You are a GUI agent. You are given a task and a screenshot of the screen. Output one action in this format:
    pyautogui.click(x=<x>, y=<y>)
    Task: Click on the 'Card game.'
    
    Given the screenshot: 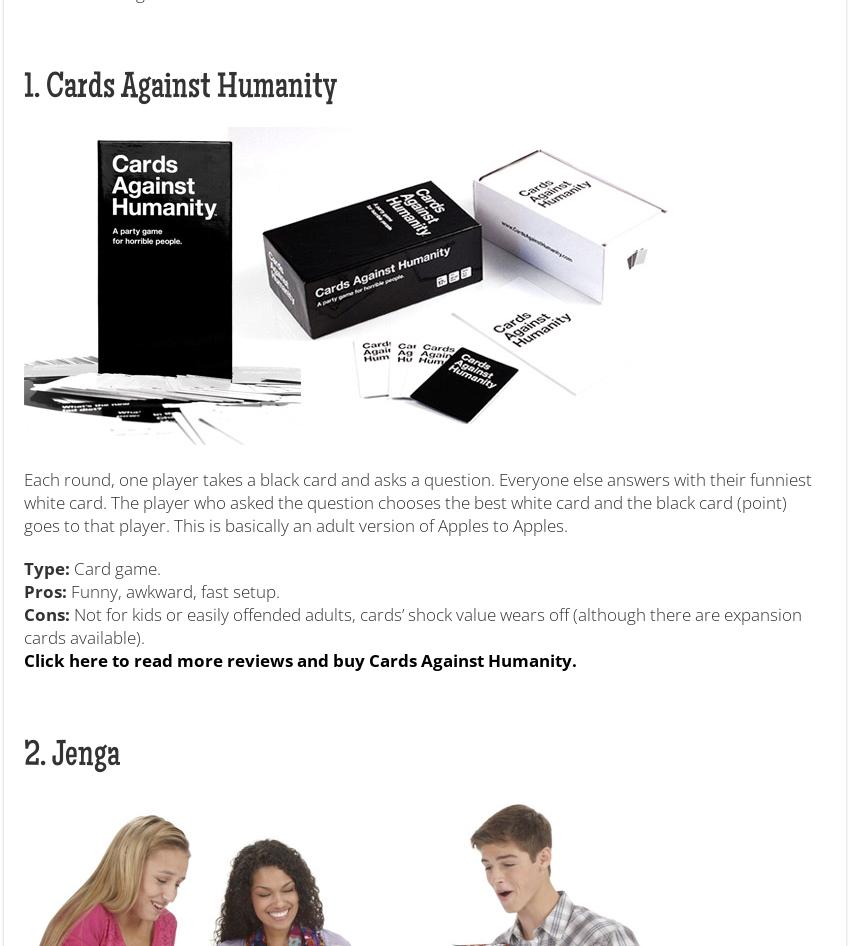 What is the action you would take?
    pyautogui.click(x=70, y=566)
    